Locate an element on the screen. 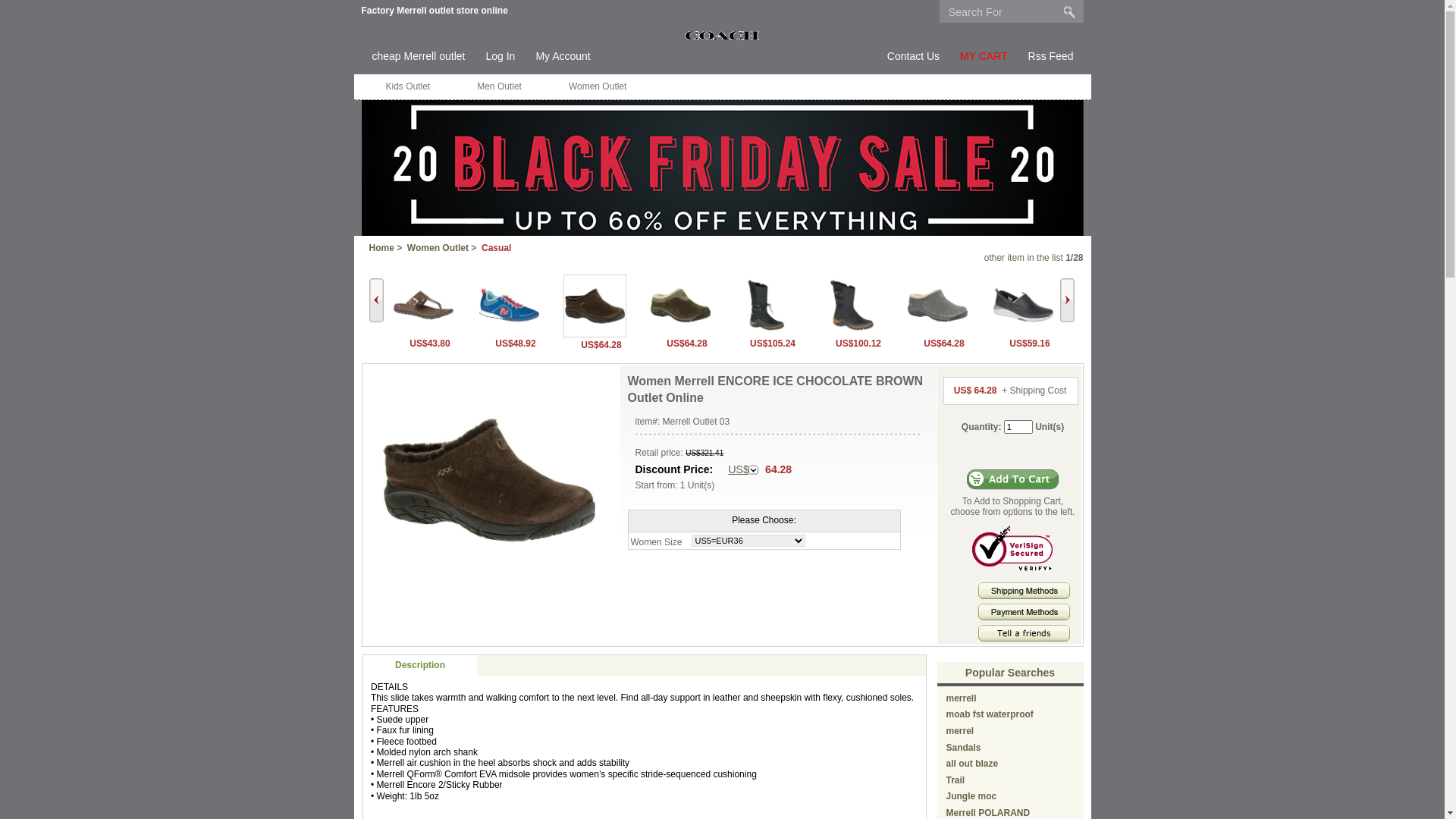 Image resolution: width=1456 pixels, height=819 pixels. 'other item in the list' is located at coordinates (1023, 256).